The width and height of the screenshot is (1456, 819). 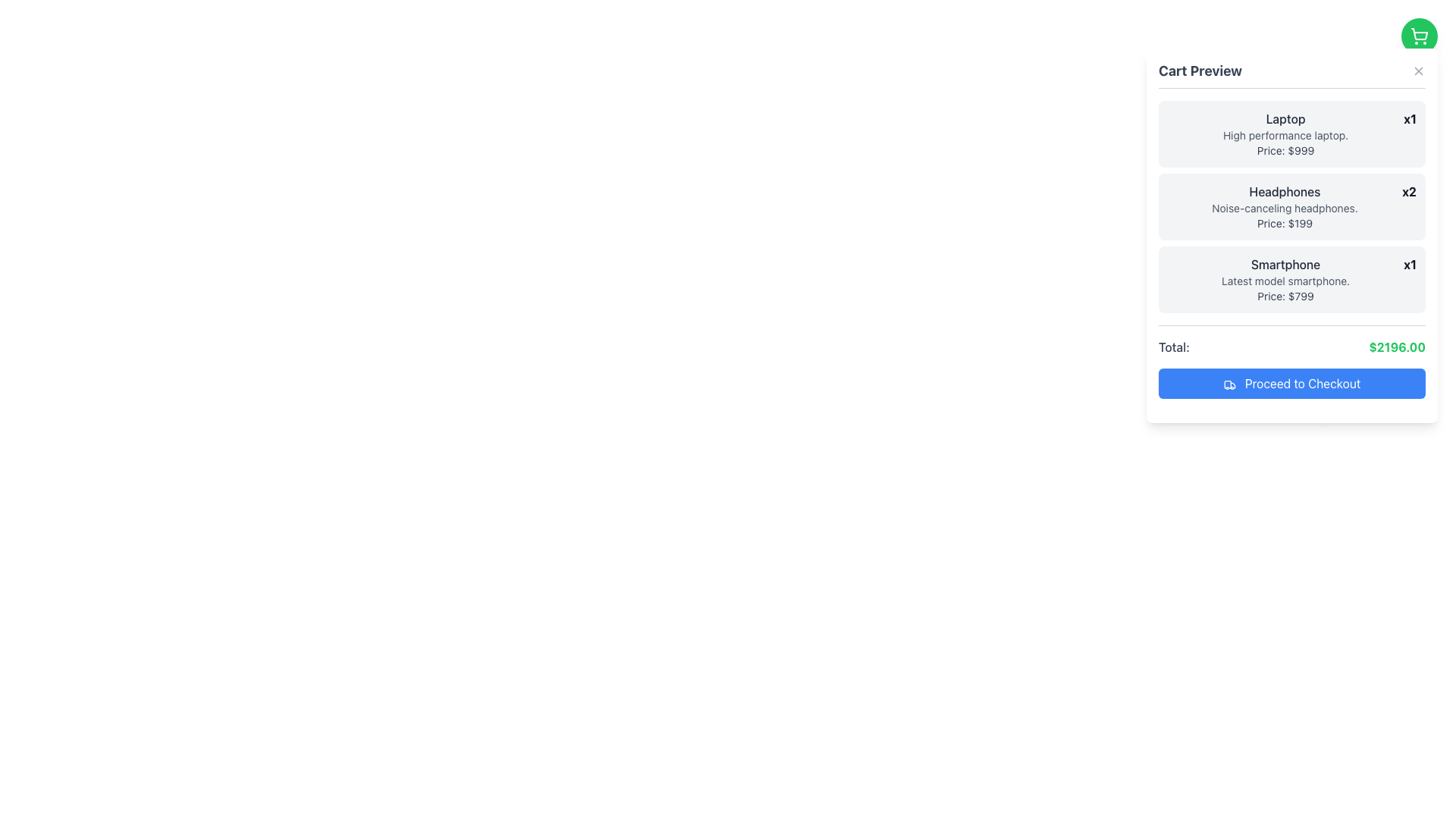 What do you see at coordinates (1285, 151) in the screenshot?
I see `the static text label displaying the pricing of the laptop in the cart preview section, located below the item description and above the quantity indicator` at bounding box center [1285, 151].